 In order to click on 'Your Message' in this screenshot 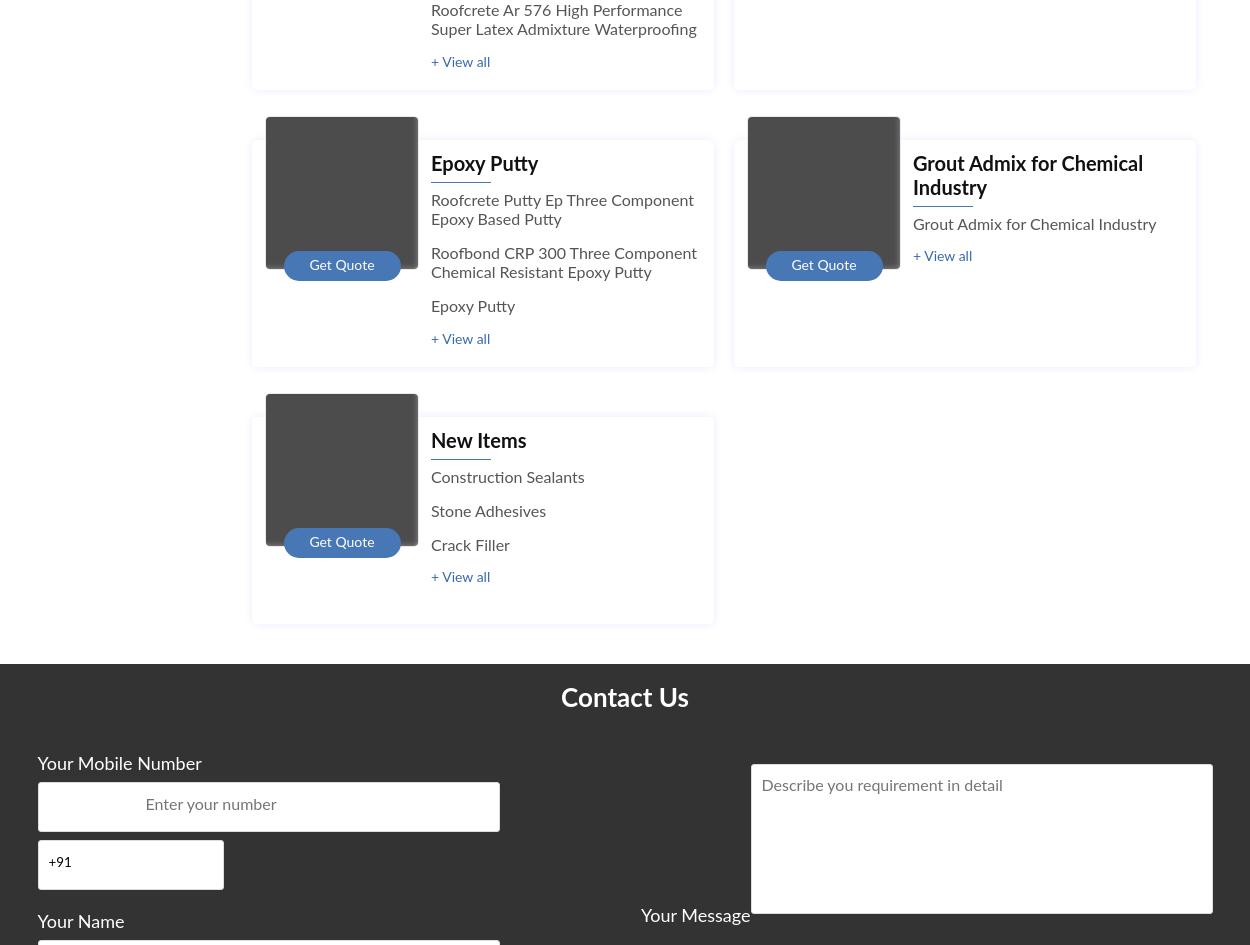, I will do `click(694, 914)`.